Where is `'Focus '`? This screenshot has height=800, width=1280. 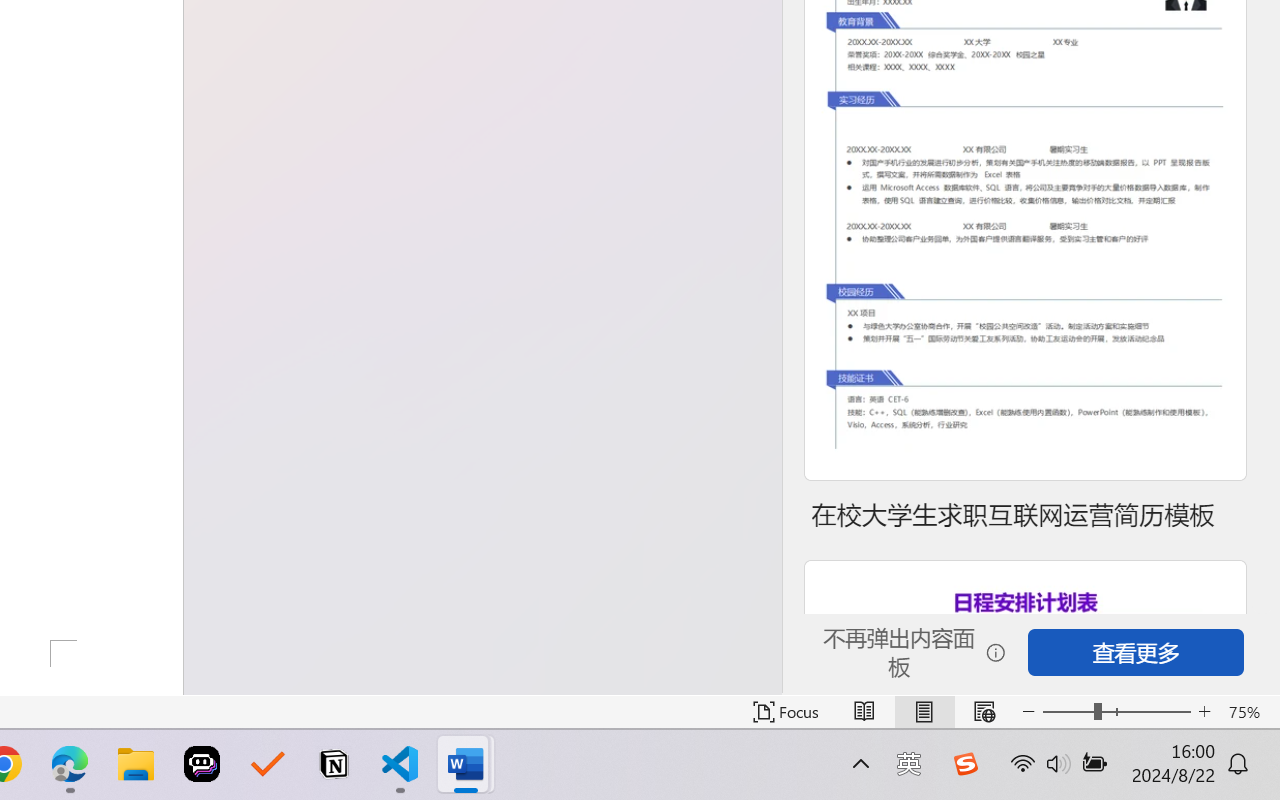 'Focus ' is located at coordinates (785, 711).